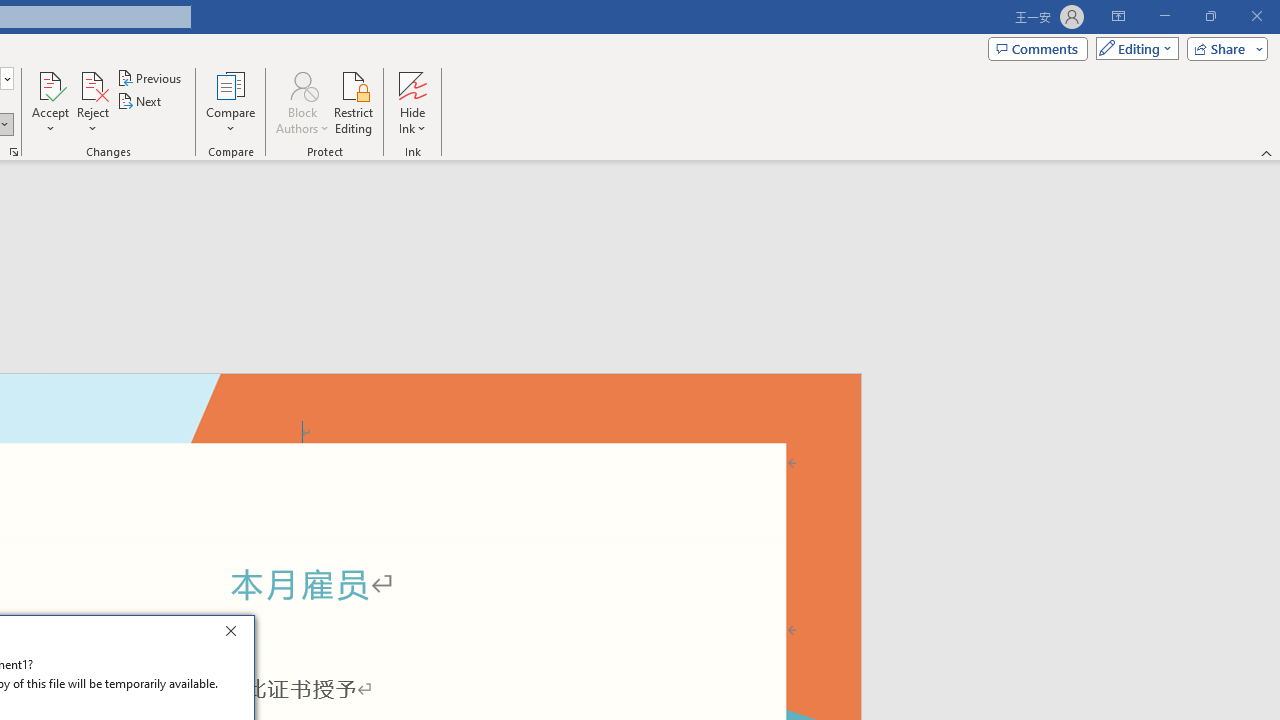 Image resolution: width=1280 pixels, height=720 pixels. What do you see at coordinates (1222, 47) in the screenshot?
I see `'Share'` at bounding box center [1222, 47].